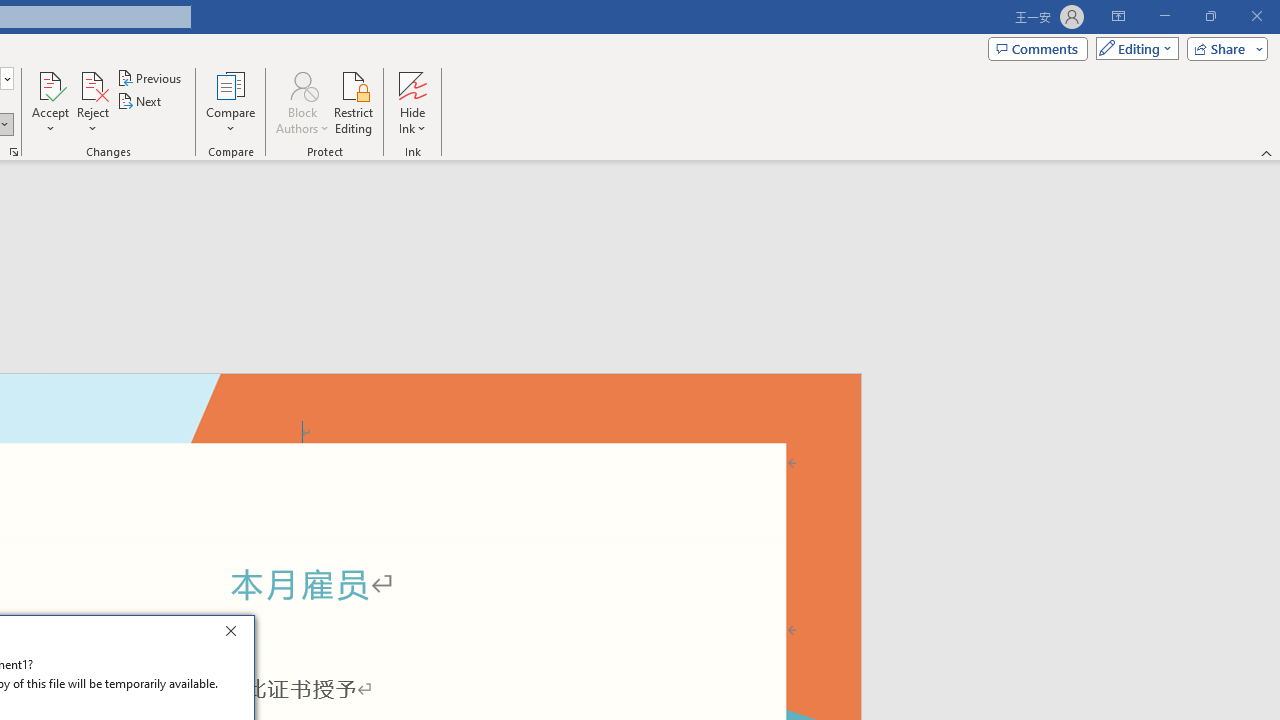 Image resolution: width=1280 pixels, height=720 pixels. What do you see at coordinates (1222, 47) in the screenshot?
I see `'Share'` at bounding box center [1222, 47].